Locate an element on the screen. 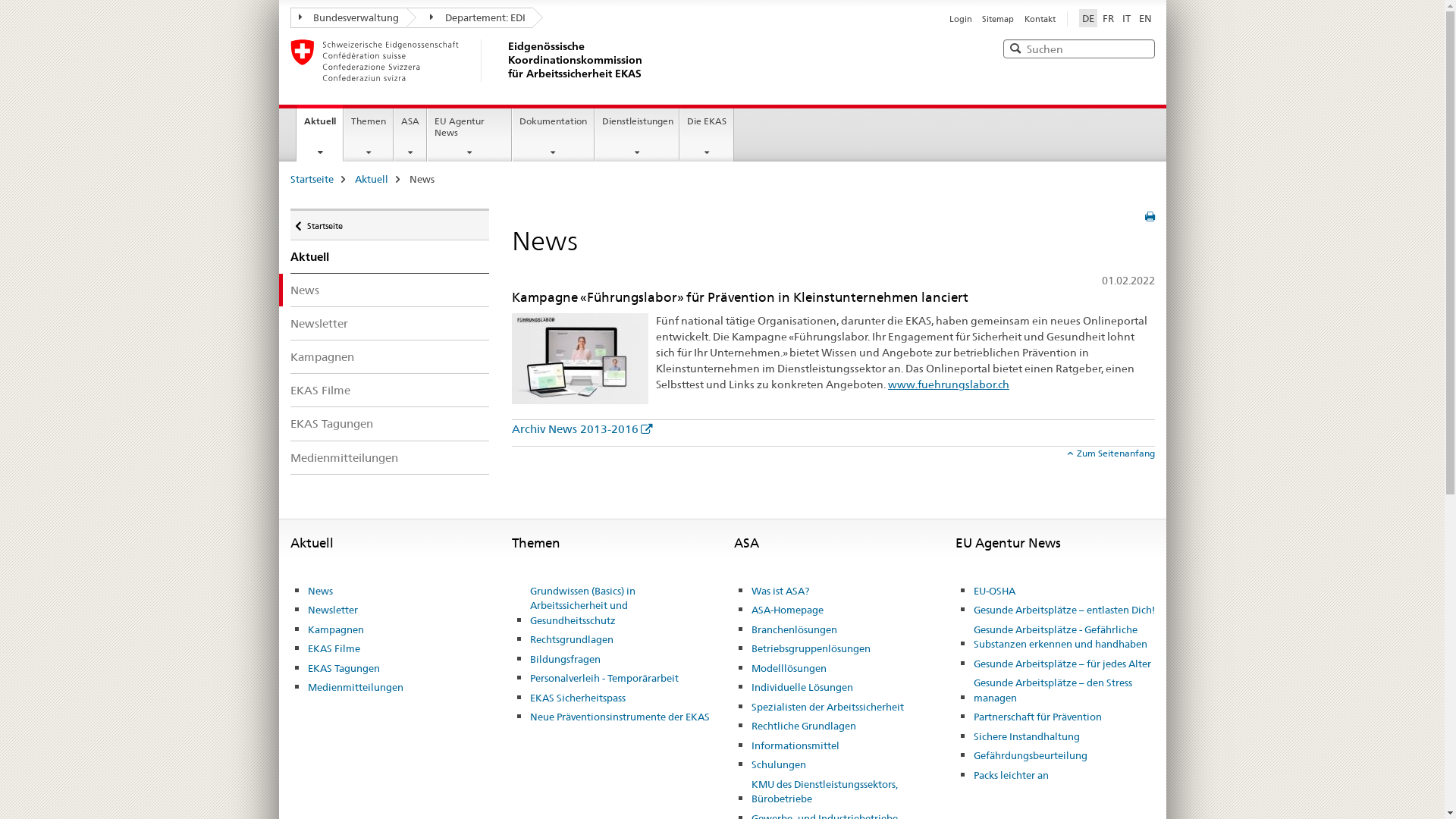  'Schulungen' is located at coordinates (779, 765).